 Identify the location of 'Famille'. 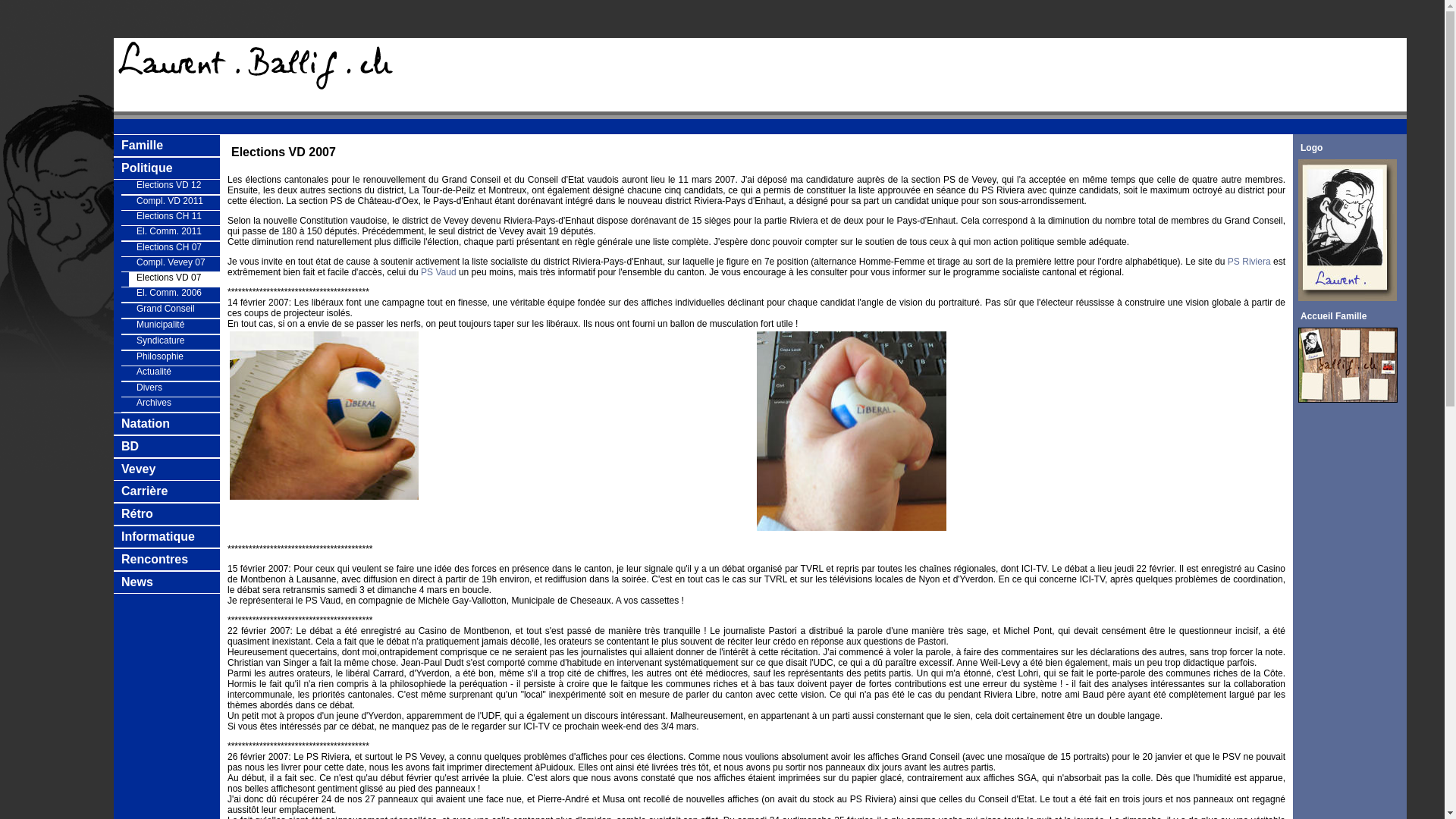
(142, 145).